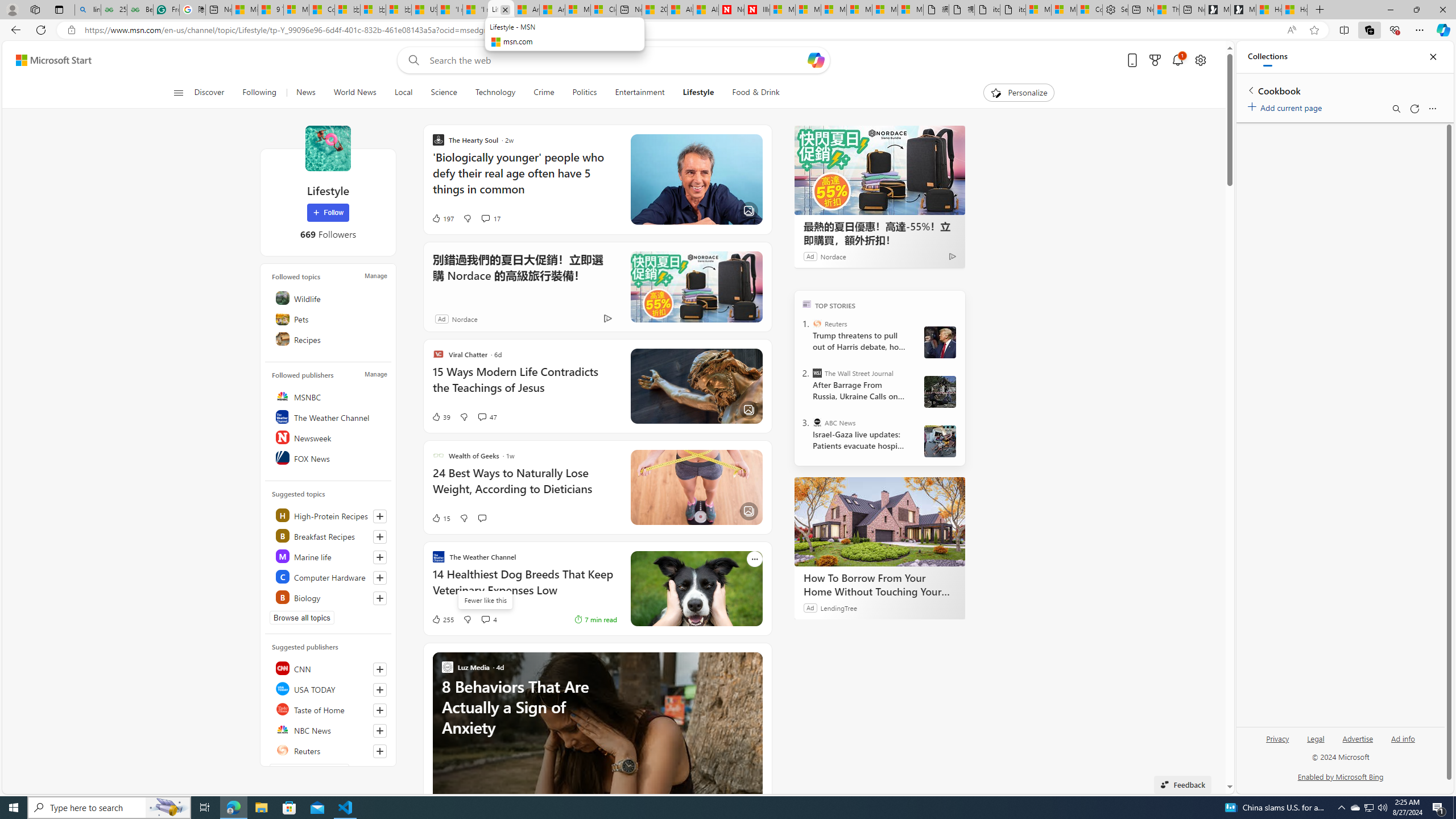  I want to click on 'View comments 47 Comment', so click(487, 416).